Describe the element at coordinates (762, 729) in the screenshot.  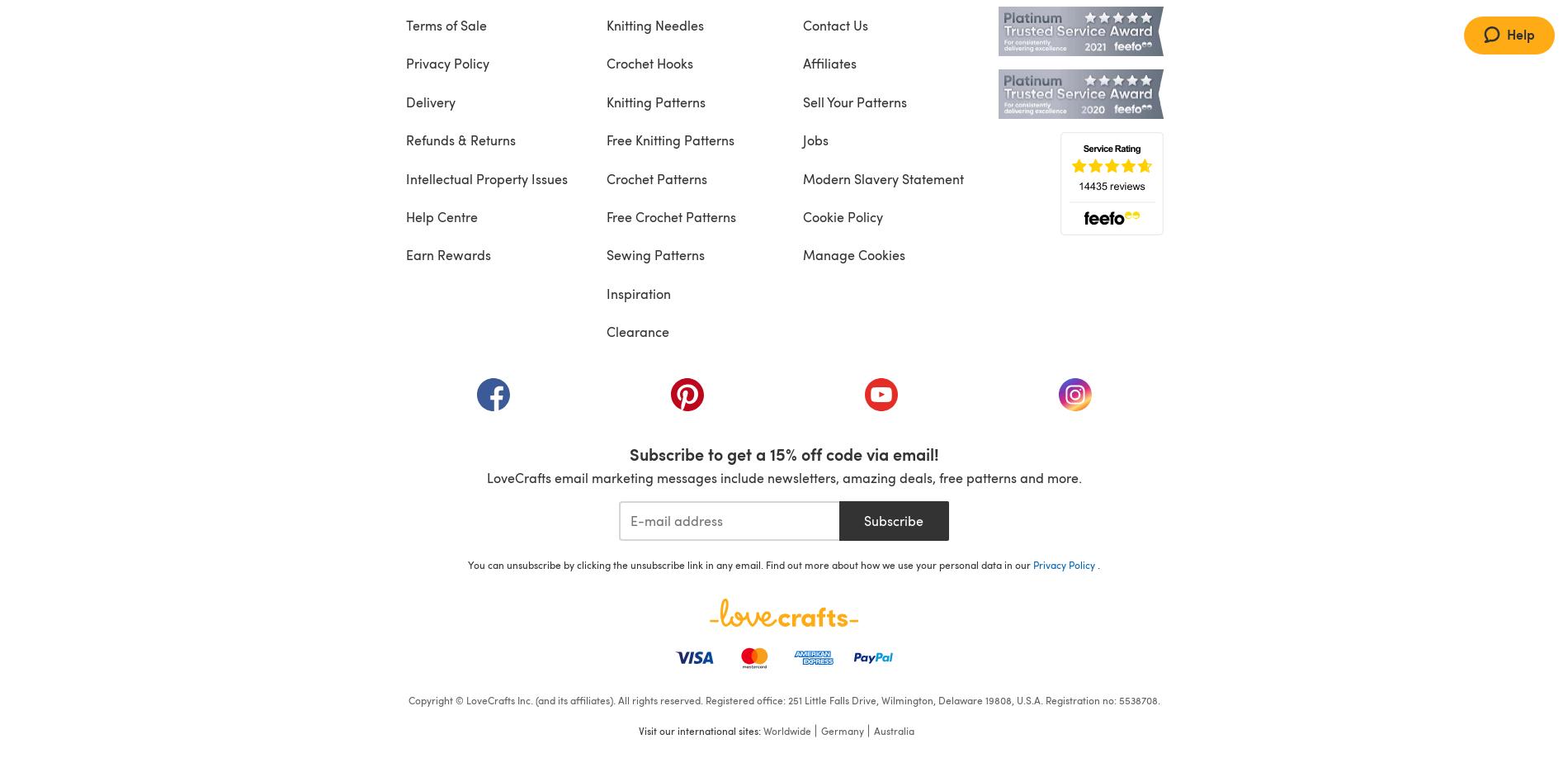
I see `'Worldwide'` at that location.